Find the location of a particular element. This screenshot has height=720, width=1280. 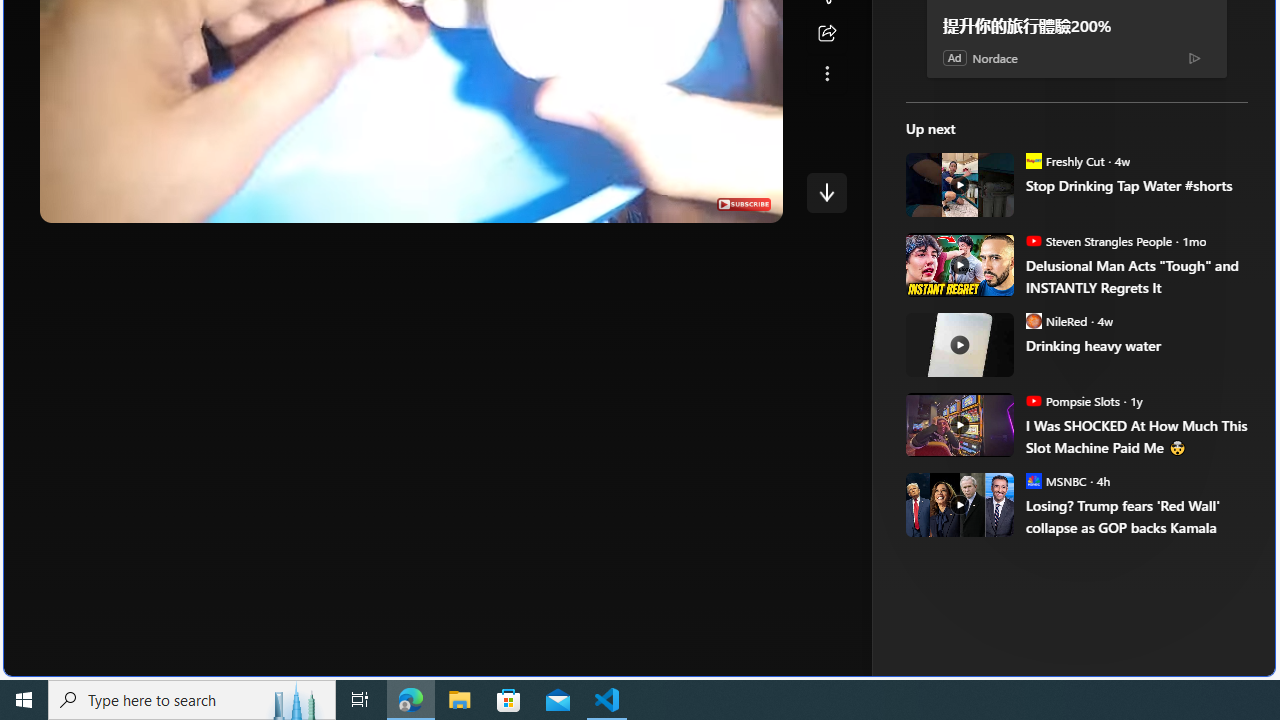

'Freshly Cut' is located at coordinates (1033, 159).